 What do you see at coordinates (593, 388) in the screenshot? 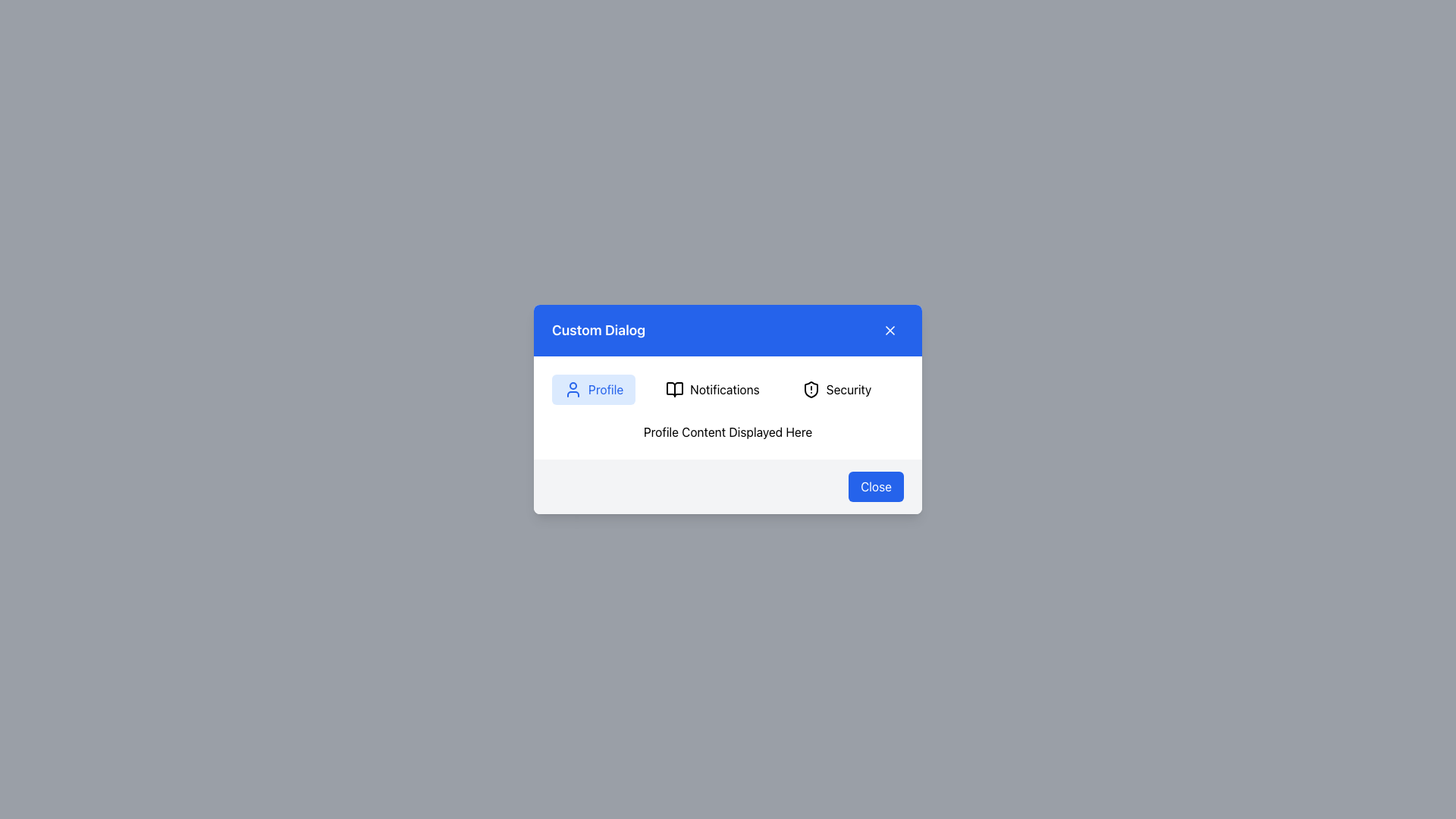
I see `the 'Profile' button, which has a blue icon resembling a user and is the first button in a horizontal sequence` at bounding box center [593, 388].